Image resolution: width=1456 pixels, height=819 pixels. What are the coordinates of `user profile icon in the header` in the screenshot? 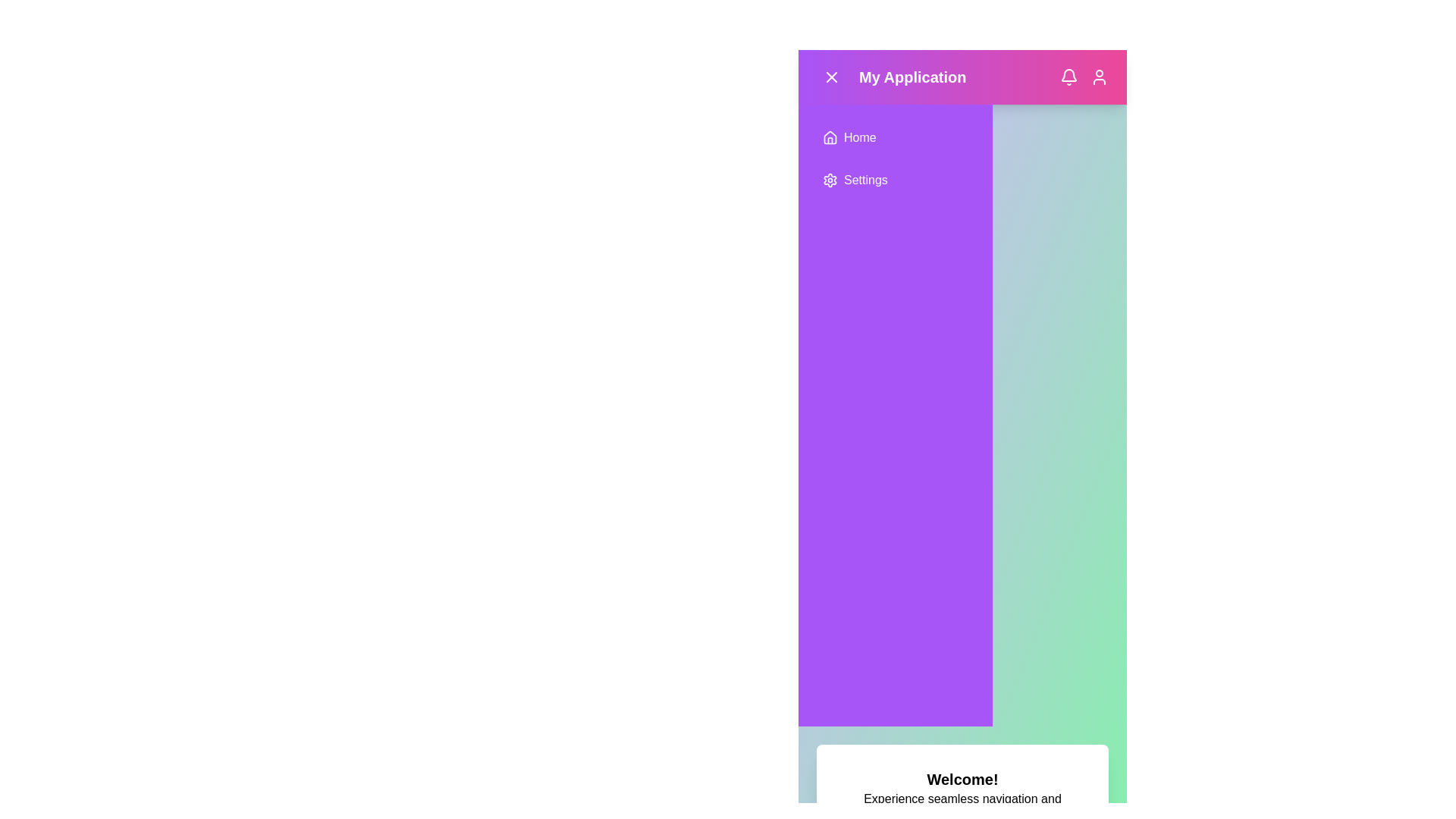 It's located at (1099, 77).